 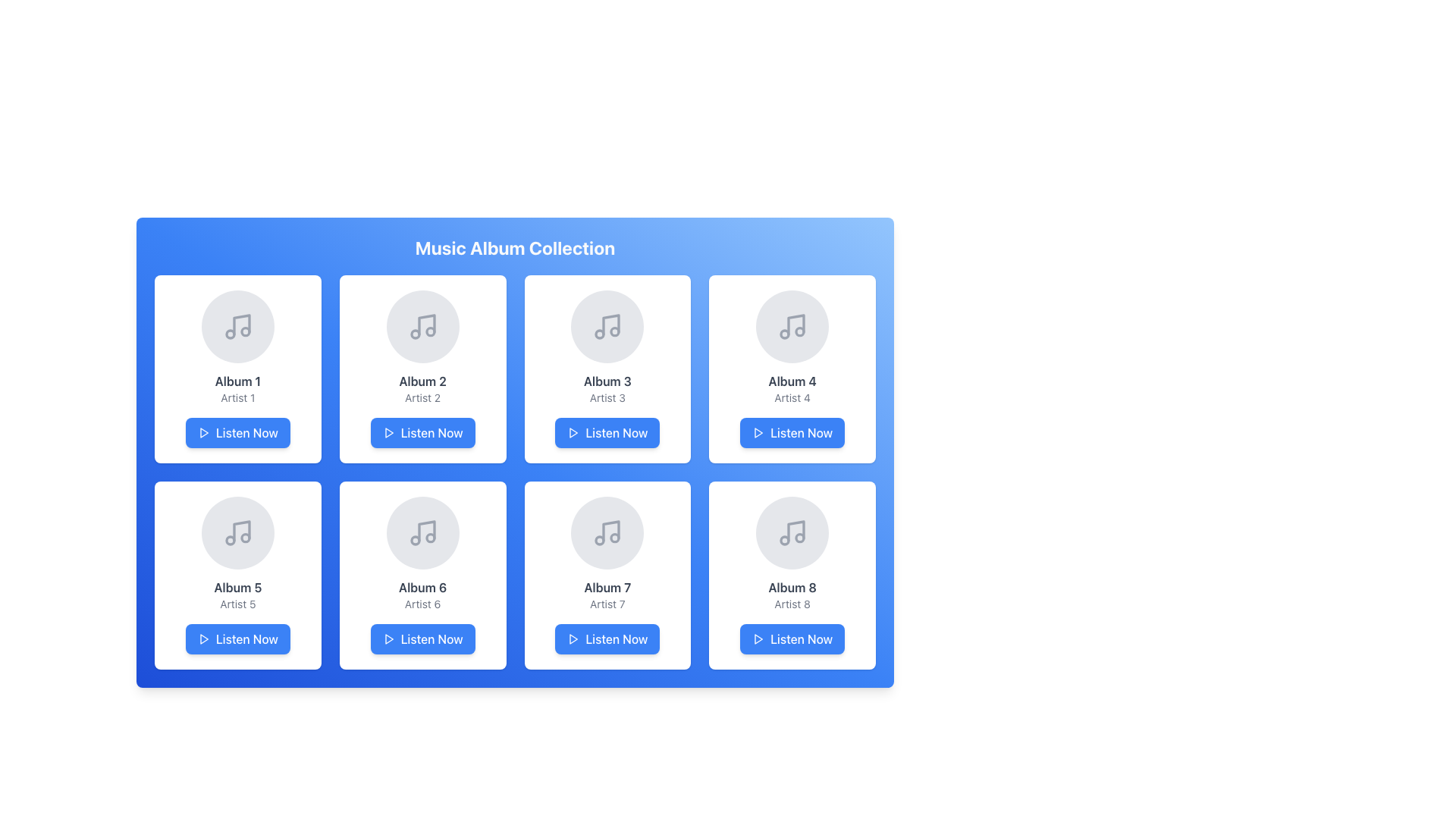 What do you see at coordinates (792, 432) in the screenshot?
I see `the playback button located at the bottom of the fourth card titled 'Album 4' with subtitle 'Artist 4'` at bounding box center [792, 432].